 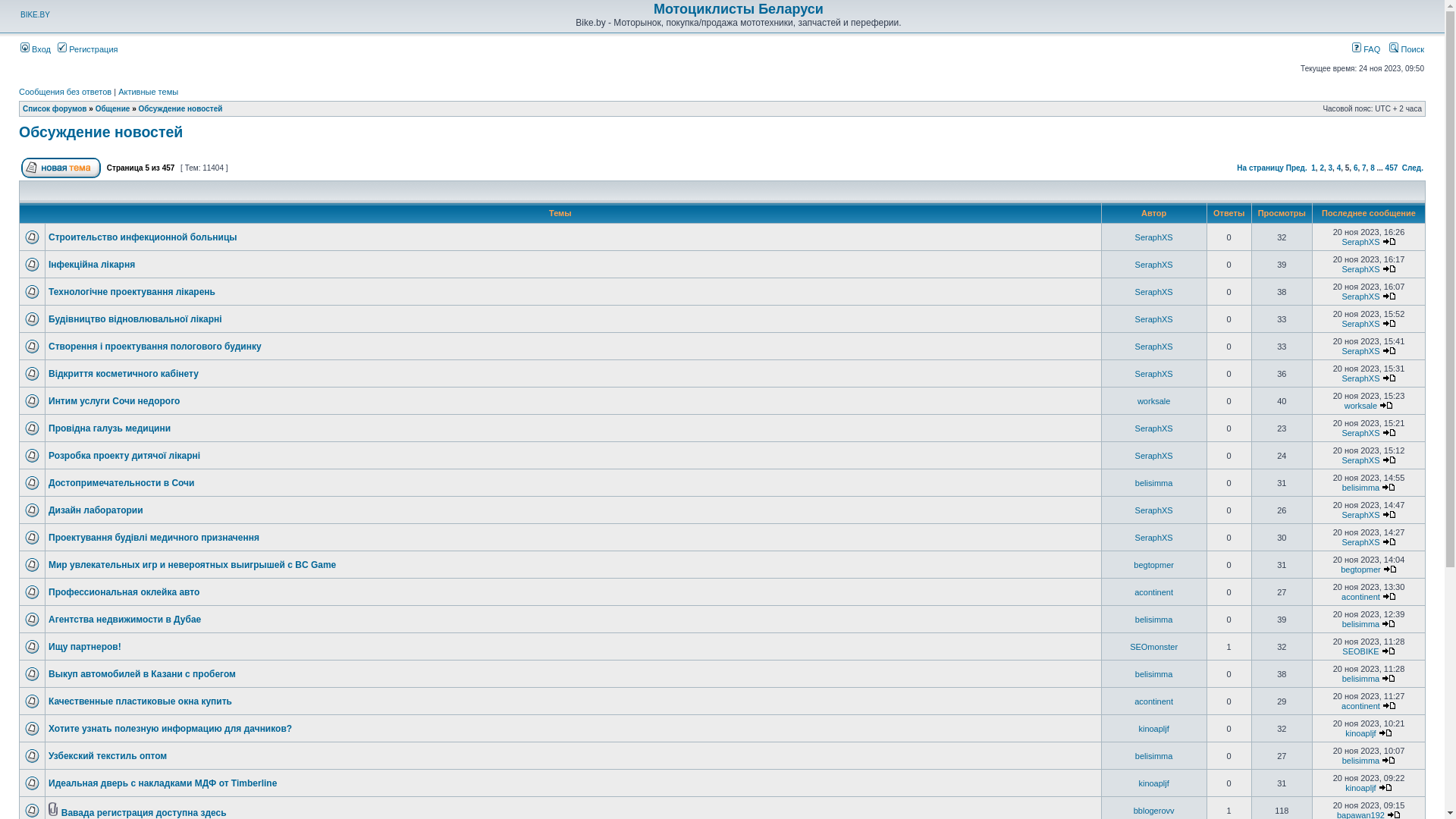 I want to click on '2', so click(x=1320, y=168).